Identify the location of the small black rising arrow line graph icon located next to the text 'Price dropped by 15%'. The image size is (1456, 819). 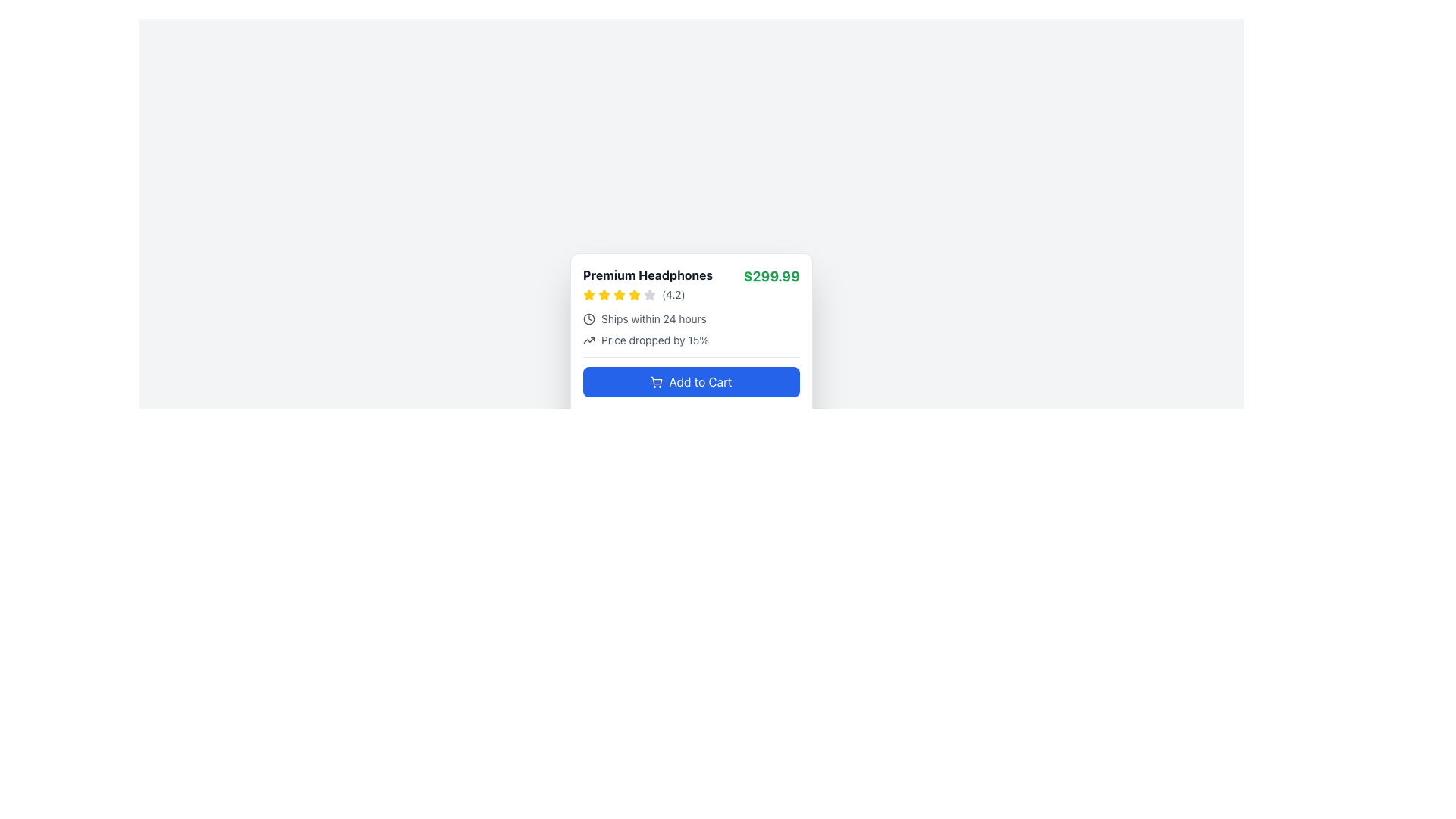
(588, 339).